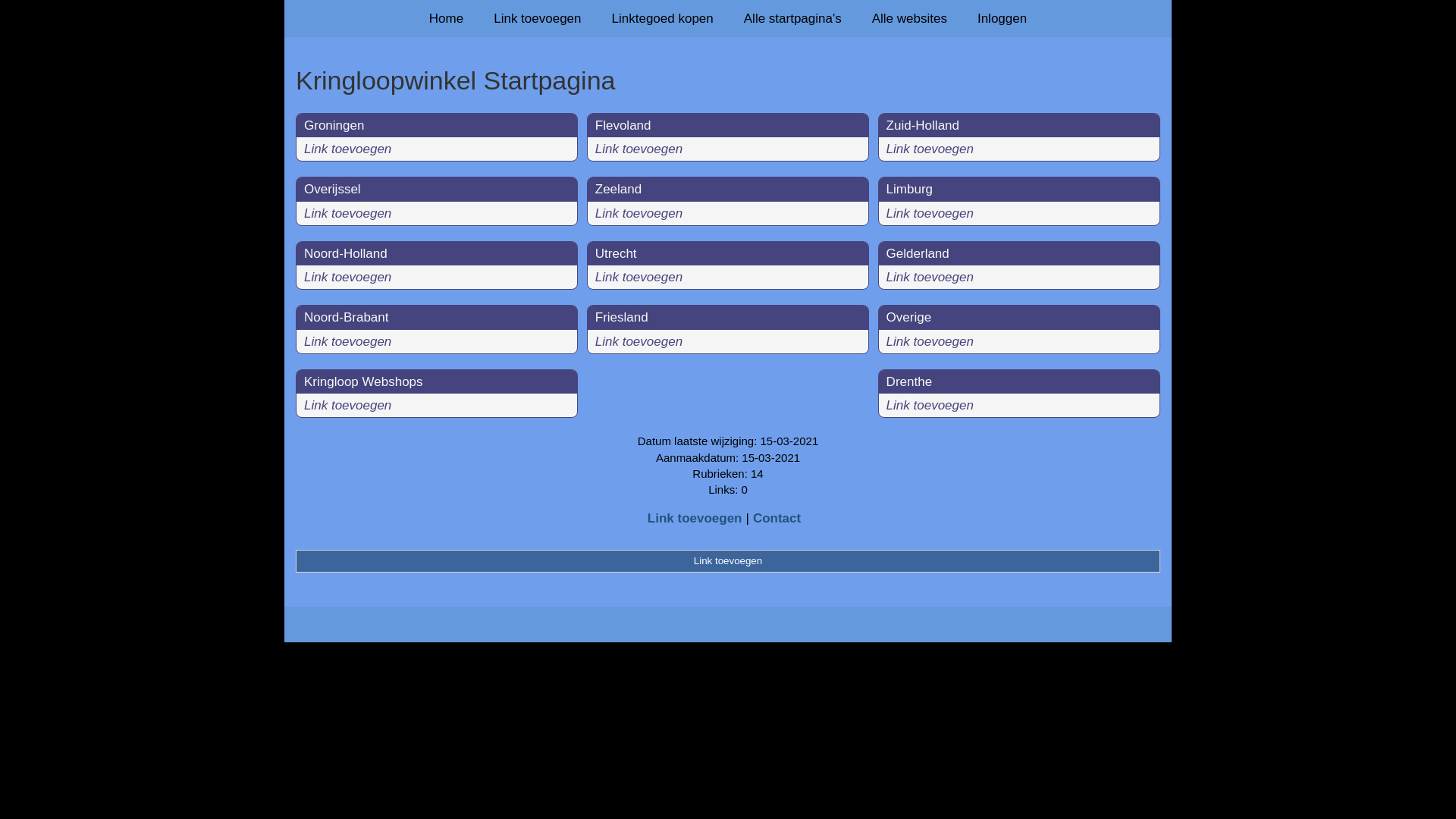 This screenshot has height=819, width=1456. I want to click on 'Contact', so click(777, 517).